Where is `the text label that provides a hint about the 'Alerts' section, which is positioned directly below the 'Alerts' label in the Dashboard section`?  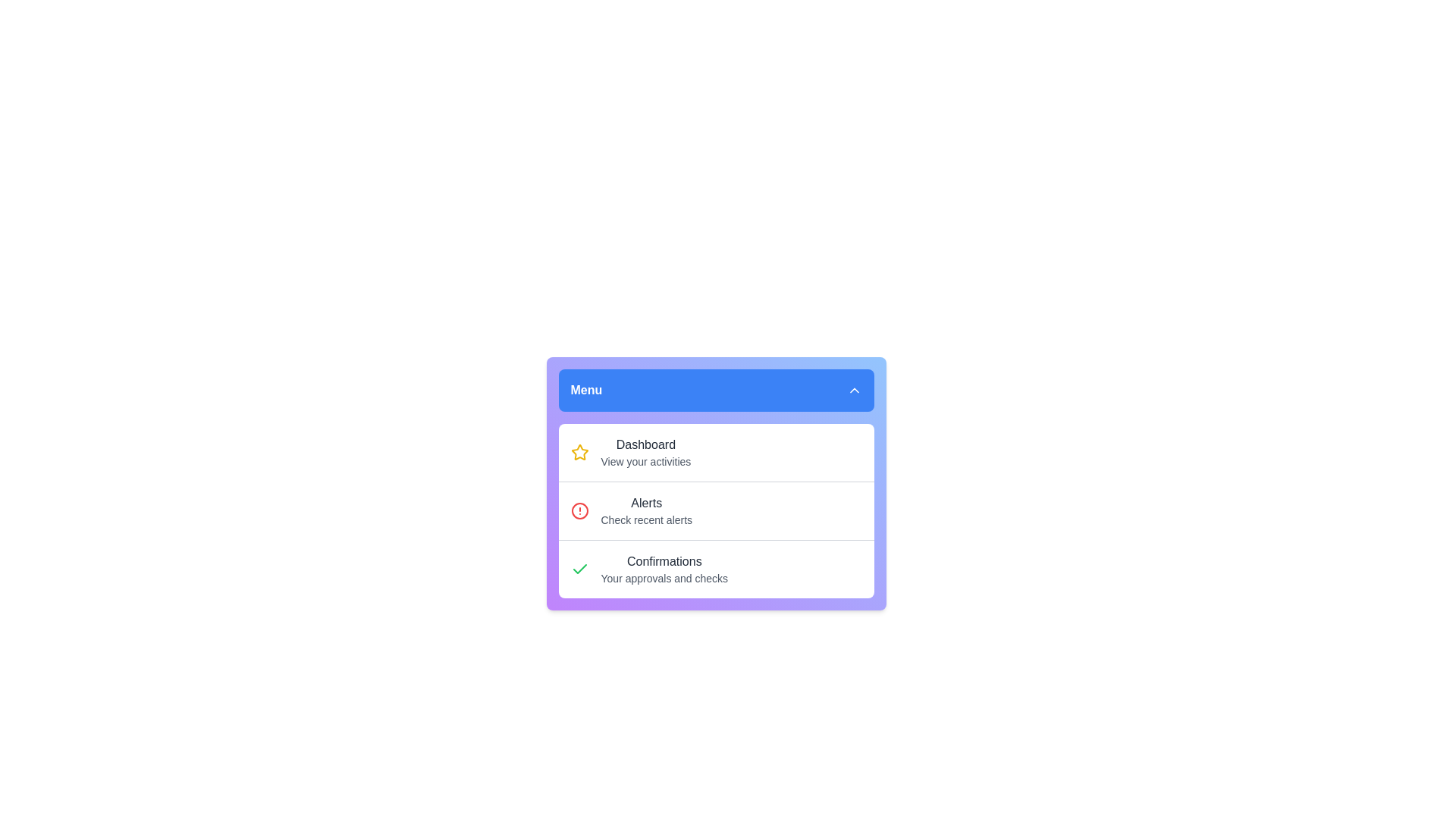 the text label that provides a hint about the 'Alerts' section, which is positioned directly below the 'Alerts' label in the Dashboard section is located at coordinates (646, 519).